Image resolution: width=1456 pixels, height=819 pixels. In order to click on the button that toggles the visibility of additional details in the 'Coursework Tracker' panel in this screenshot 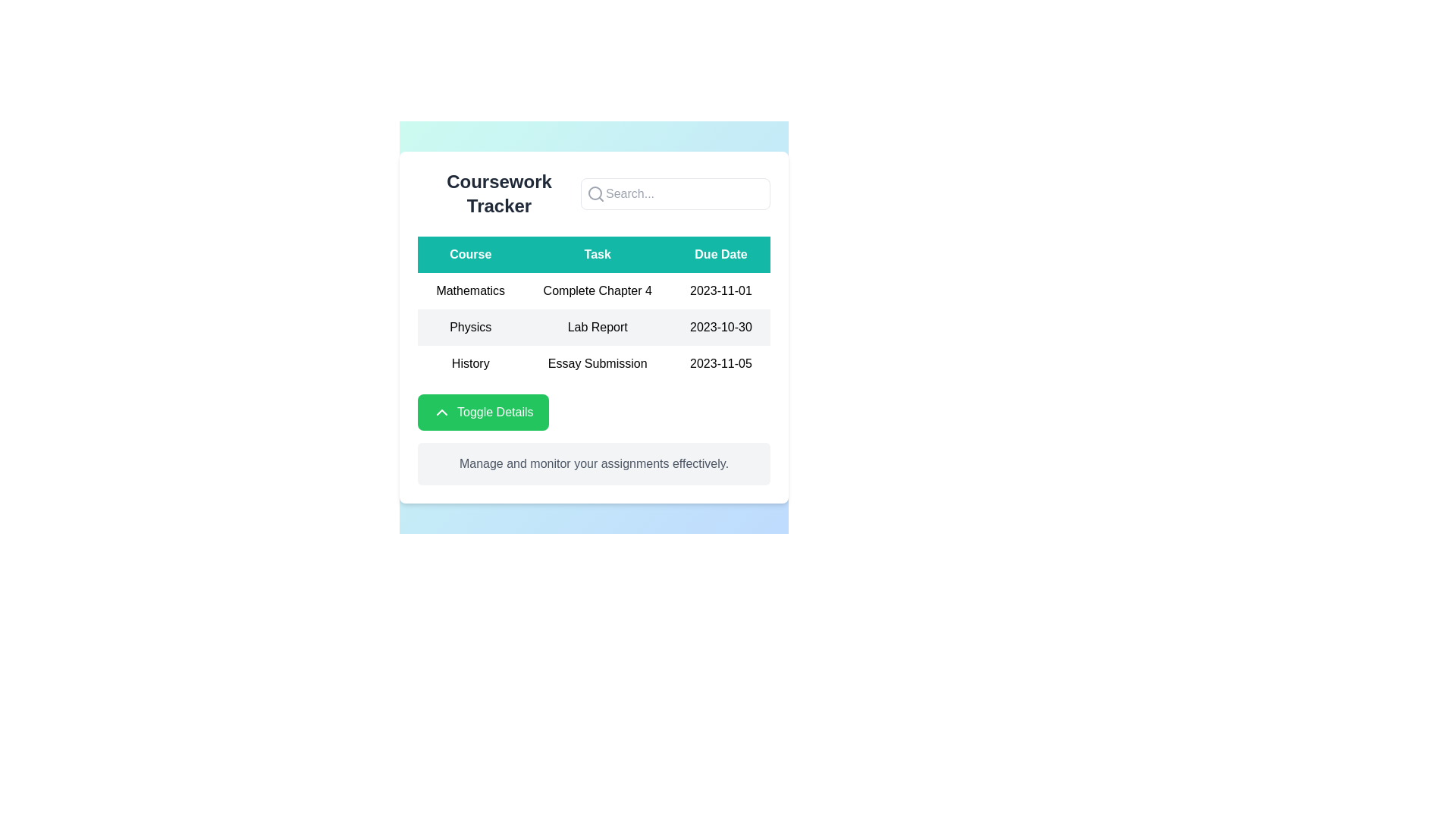, I will do `click(482, 412)`.